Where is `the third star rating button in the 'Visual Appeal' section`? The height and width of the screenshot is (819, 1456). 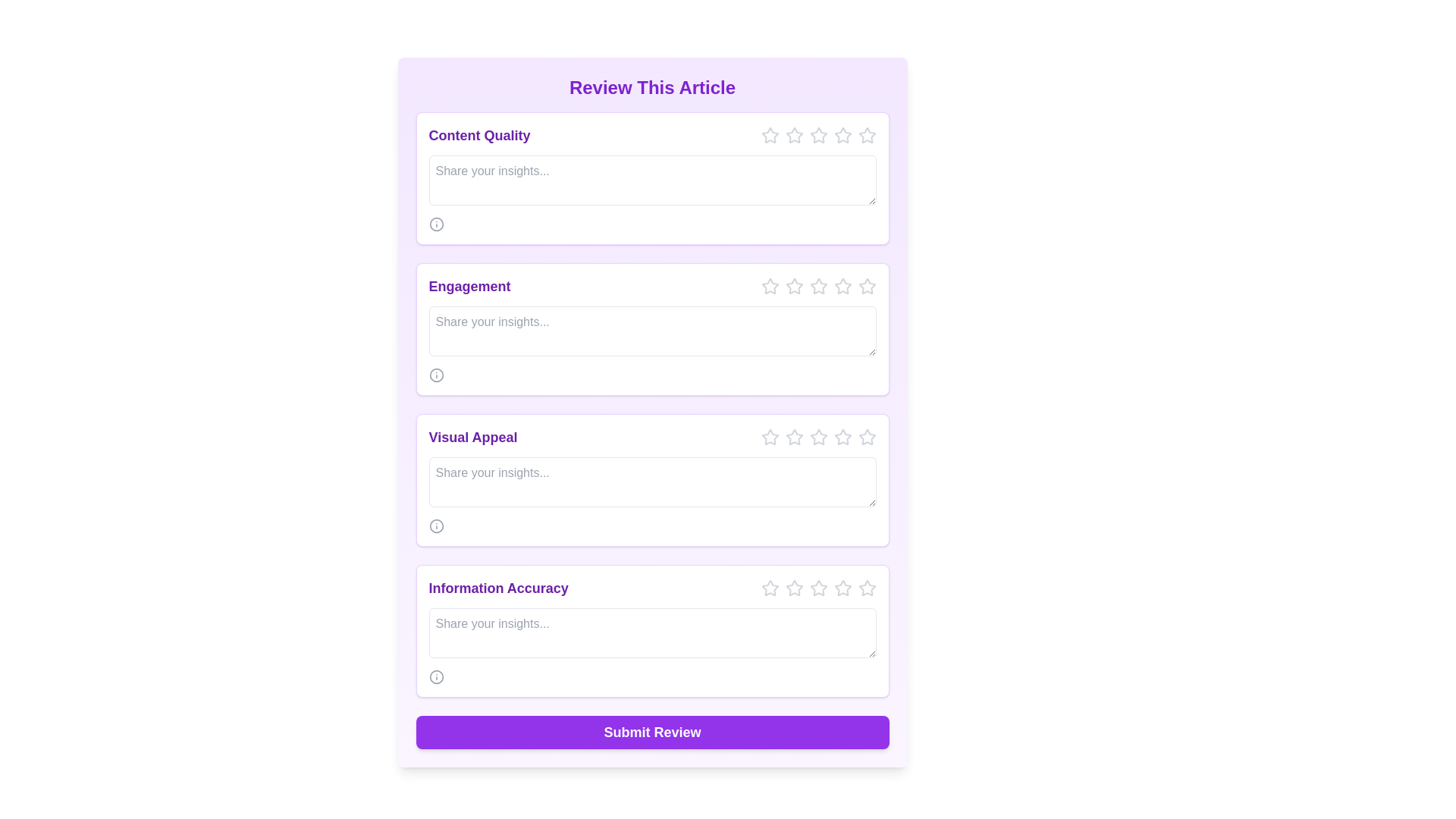
the third star rating button in the 'Visual Appeal' section is located at coordinates (793, 437).